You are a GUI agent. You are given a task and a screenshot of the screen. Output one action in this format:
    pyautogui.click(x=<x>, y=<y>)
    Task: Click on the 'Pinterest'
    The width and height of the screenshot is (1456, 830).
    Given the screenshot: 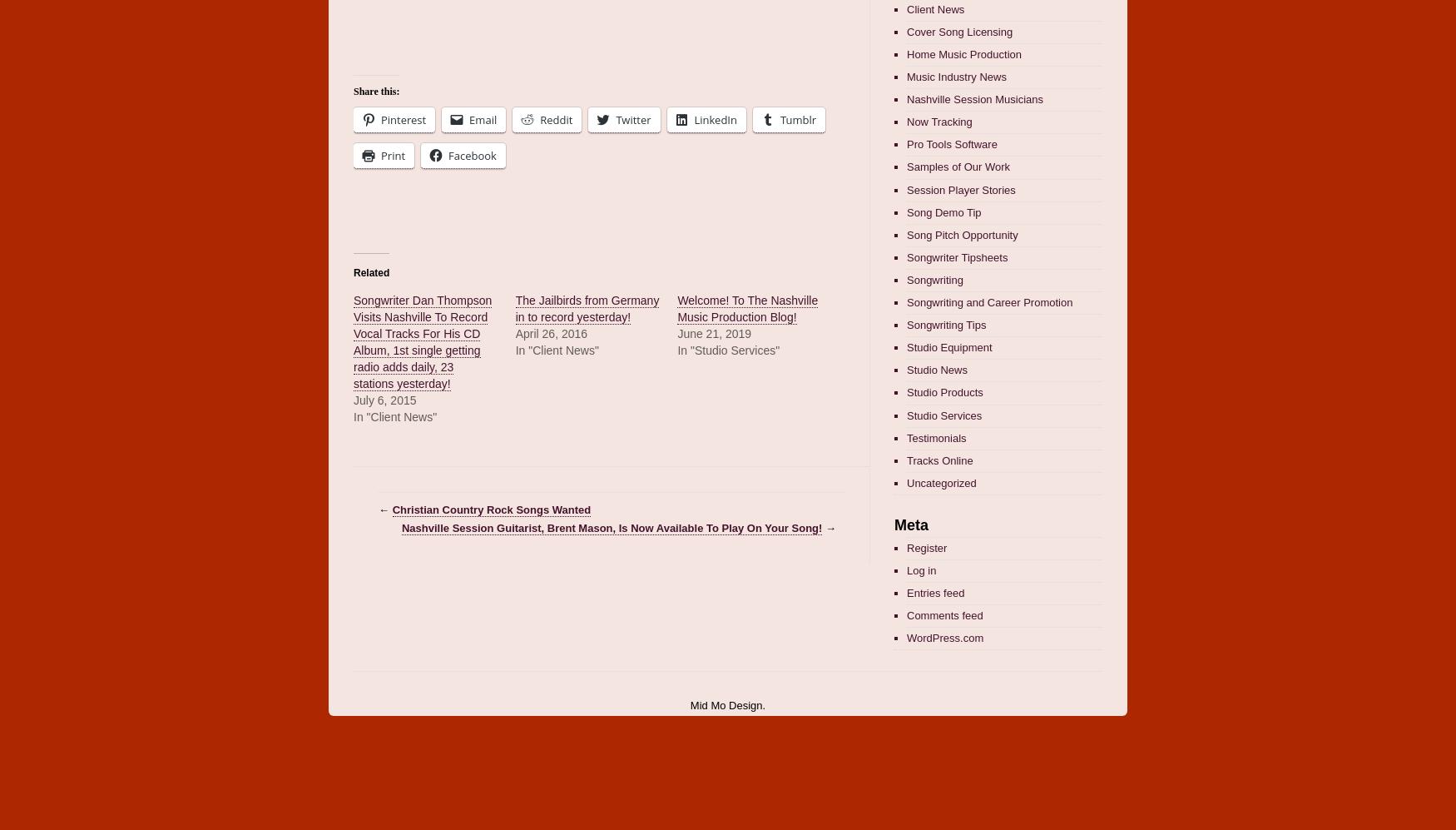 What is the action you would take?
    pyautogui.click(x=403, y=118)
    